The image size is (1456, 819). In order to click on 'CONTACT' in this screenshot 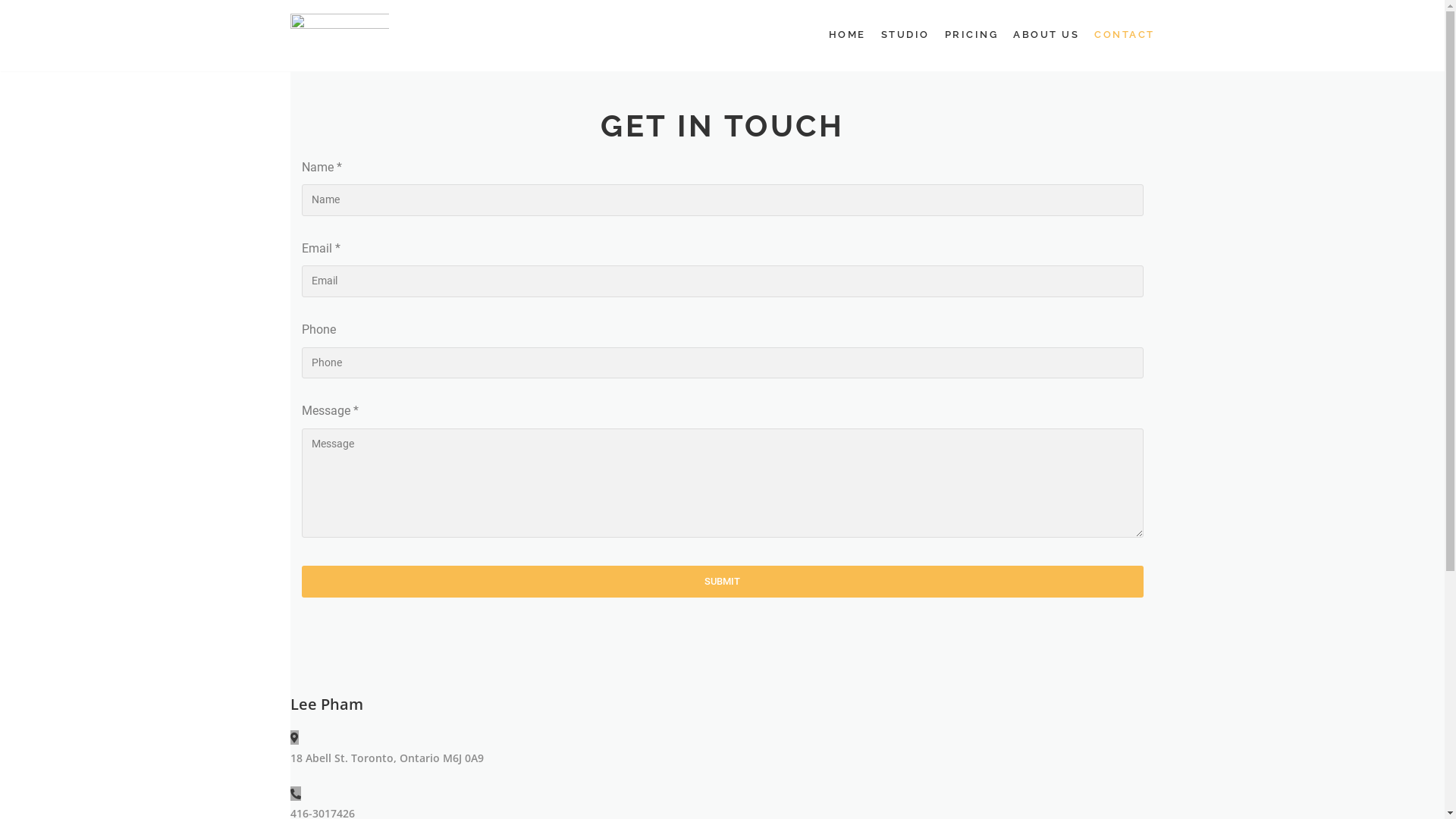, I will do `click(1125, 34)`.